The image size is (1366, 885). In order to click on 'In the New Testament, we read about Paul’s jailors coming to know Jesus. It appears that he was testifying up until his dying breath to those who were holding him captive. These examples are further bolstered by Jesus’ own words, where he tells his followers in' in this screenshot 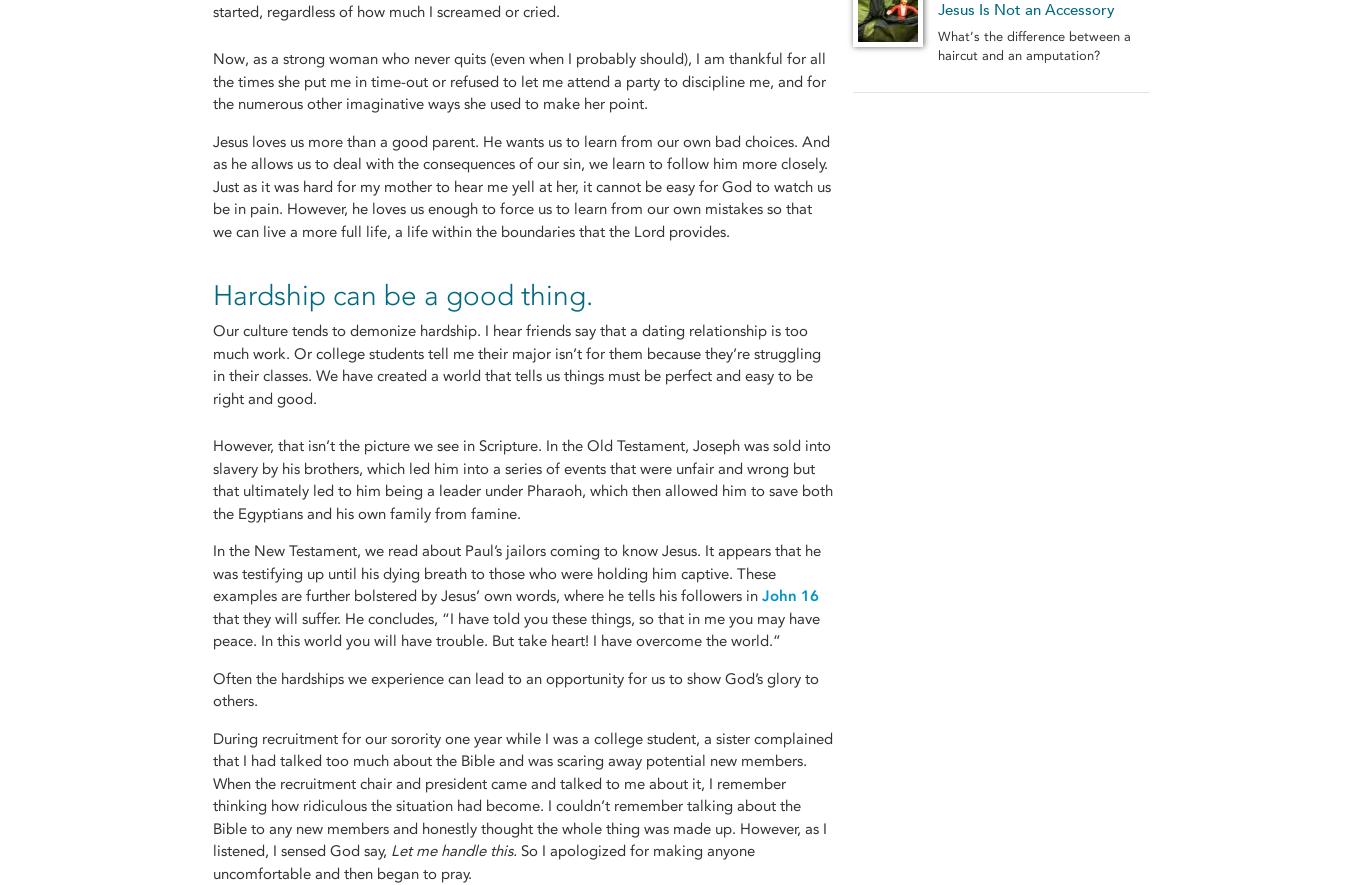, I will do `click(517, 573)`.